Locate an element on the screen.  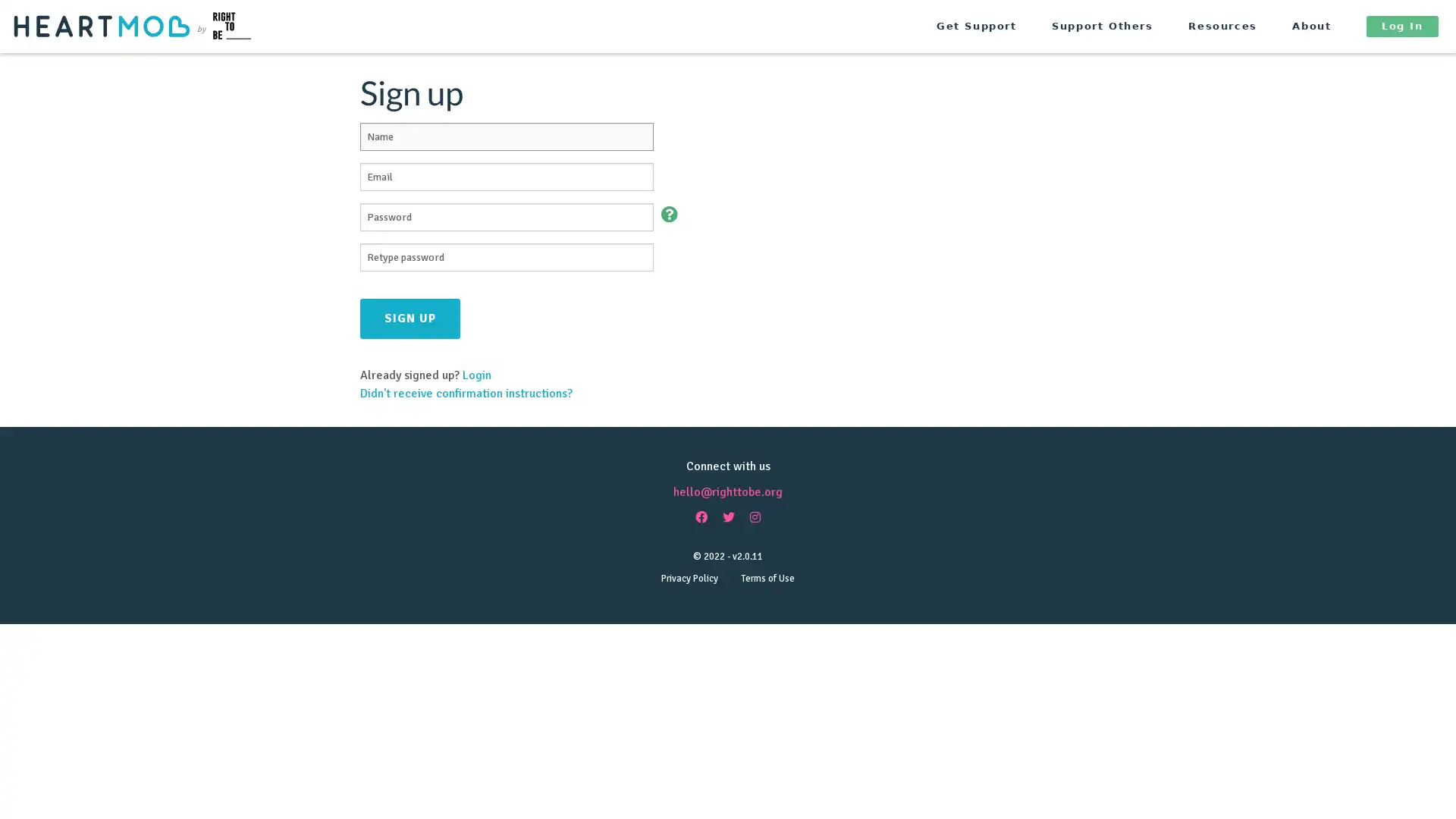
Sign up is located at coordinates (410, 317).